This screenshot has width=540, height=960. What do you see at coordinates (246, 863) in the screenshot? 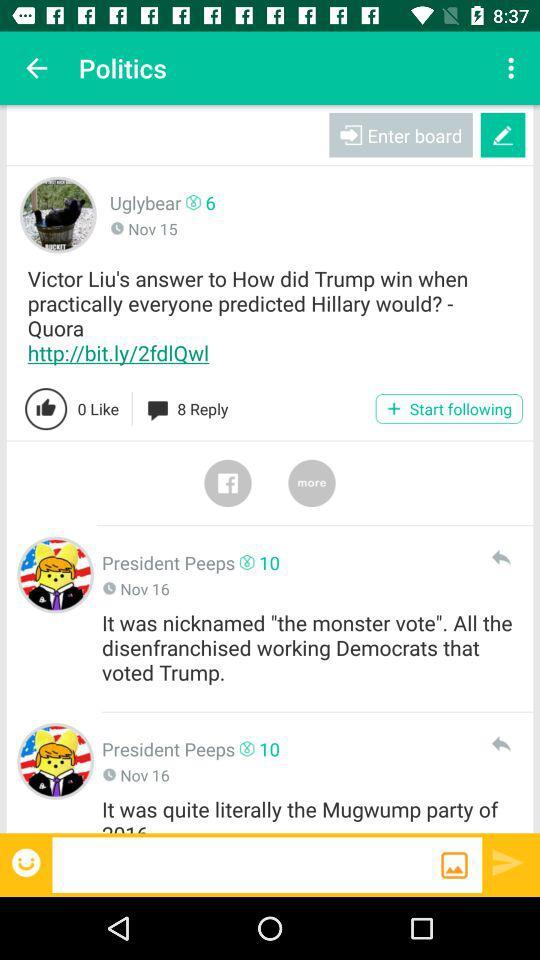
I see `type text` at bounding box center [246, 863].